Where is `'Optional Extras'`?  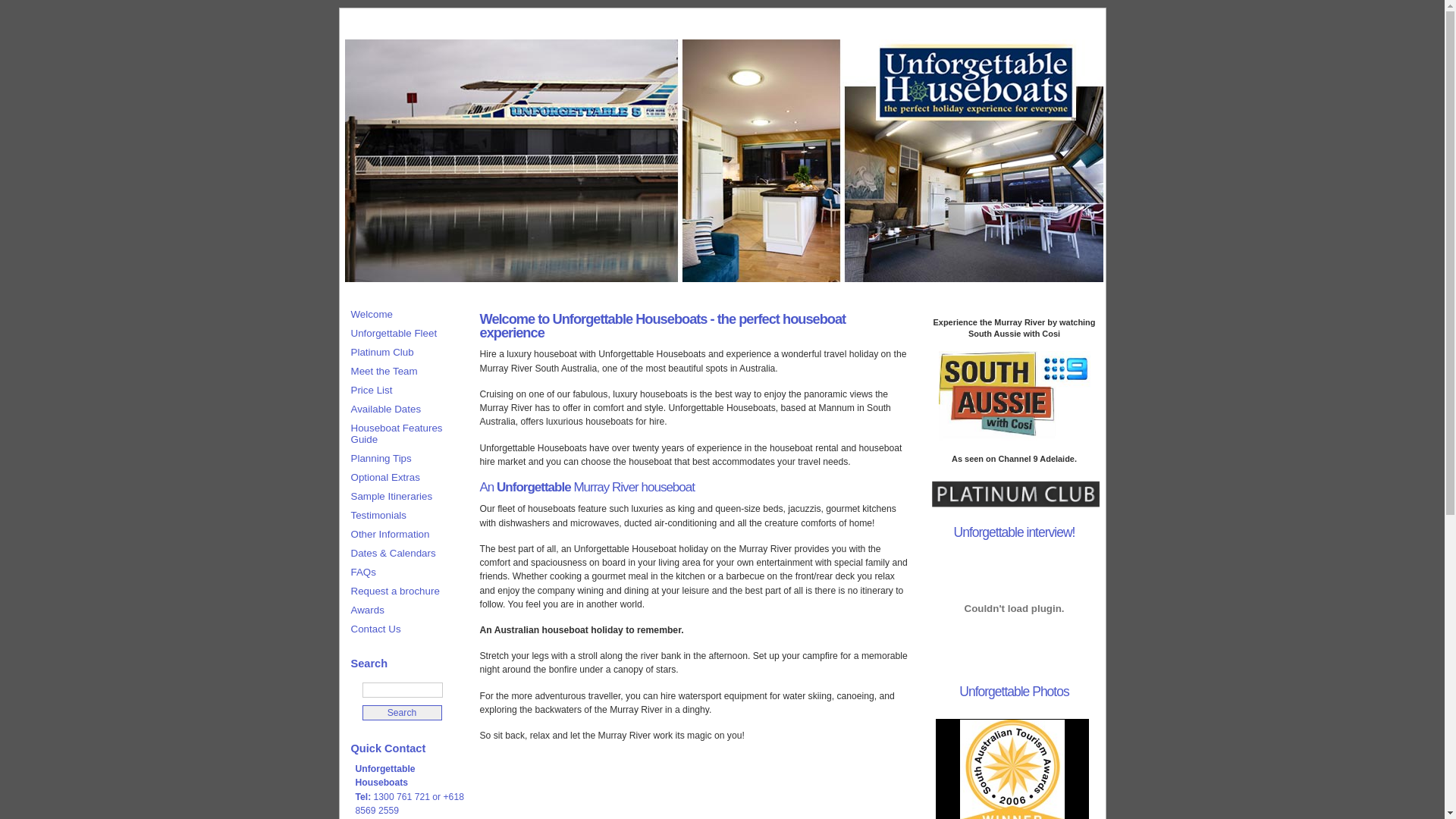
'Optional Extras' is located at coordinates (405, 476).